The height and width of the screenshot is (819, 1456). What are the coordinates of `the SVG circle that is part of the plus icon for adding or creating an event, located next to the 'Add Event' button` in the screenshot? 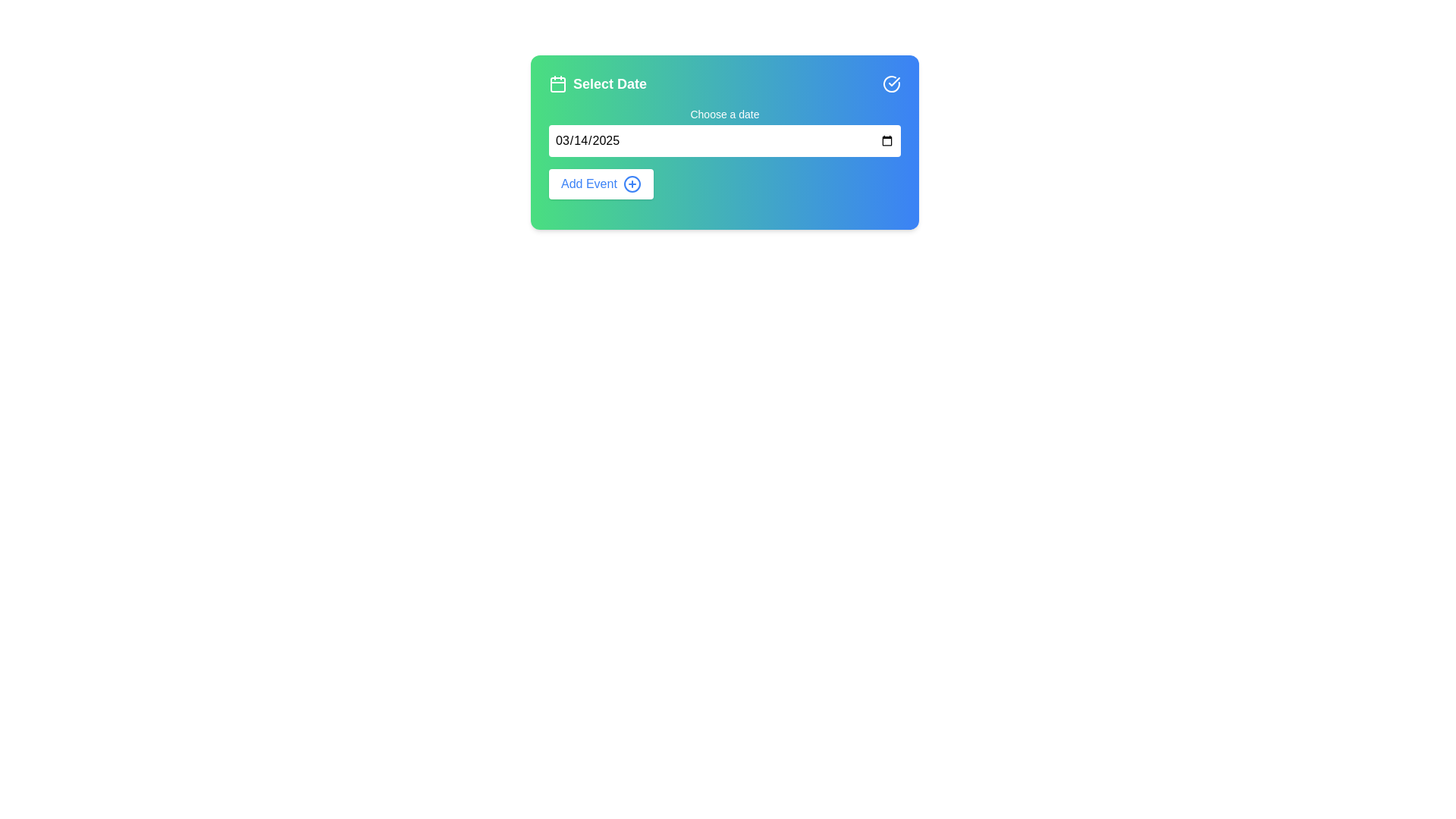 It's located at (632, 184).